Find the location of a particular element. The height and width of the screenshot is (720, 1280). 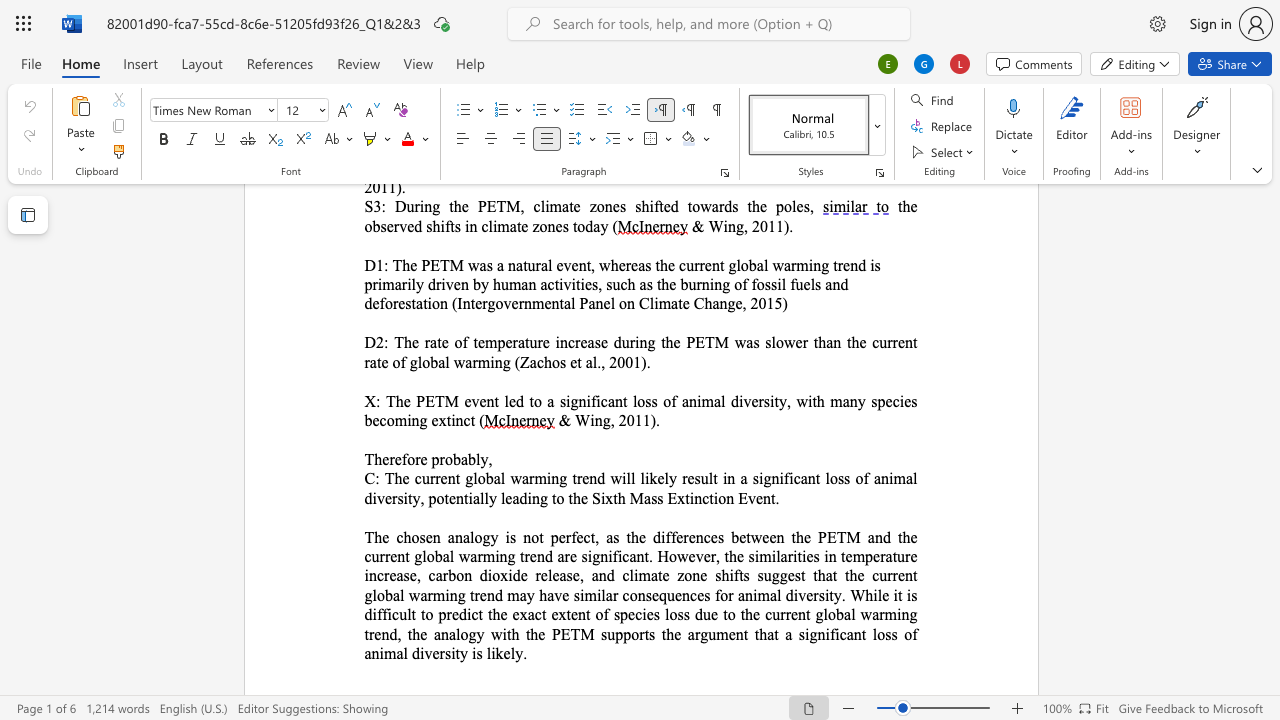

the 1th character "r" in the text is located at coordinates (392, 459).